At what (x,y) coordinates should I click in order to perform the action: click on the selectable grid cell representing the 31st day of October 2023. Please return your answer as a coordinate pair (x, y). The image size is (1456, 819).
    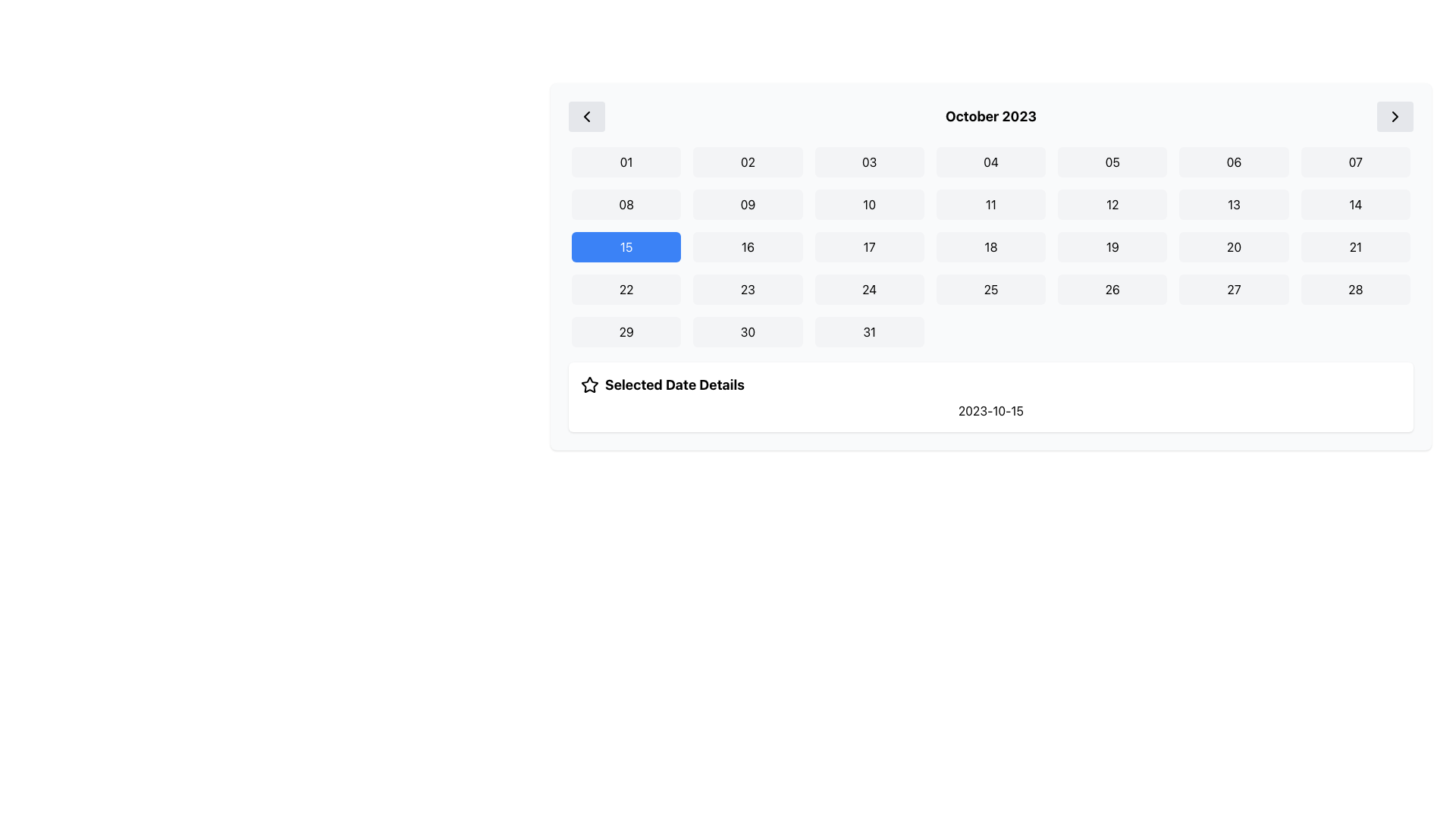
    Looking at the image, I should click on (869, 331).